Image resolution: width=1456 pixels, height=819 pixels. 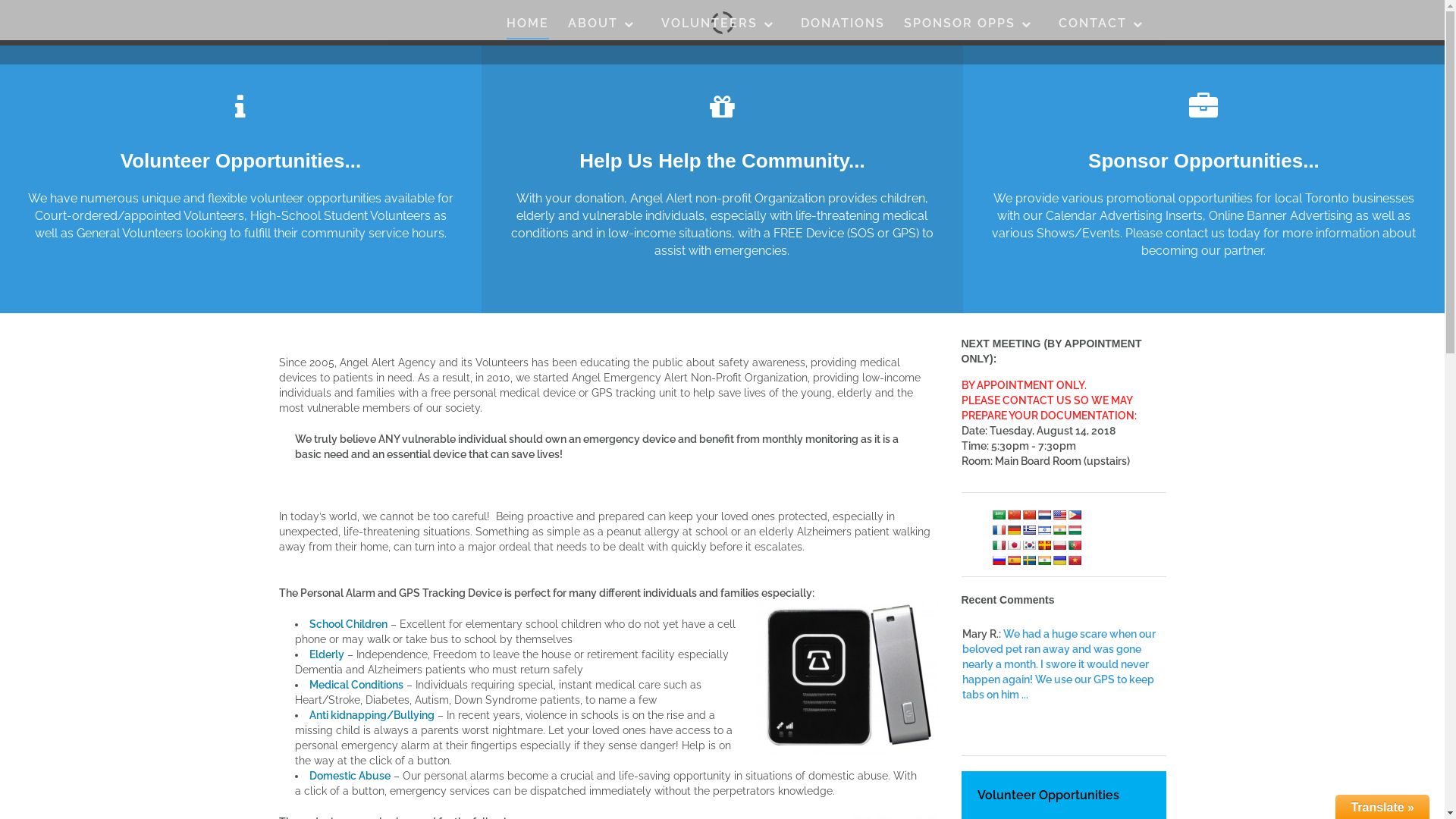 I want to click on 'Filipino', so click(x=1073, y=513).